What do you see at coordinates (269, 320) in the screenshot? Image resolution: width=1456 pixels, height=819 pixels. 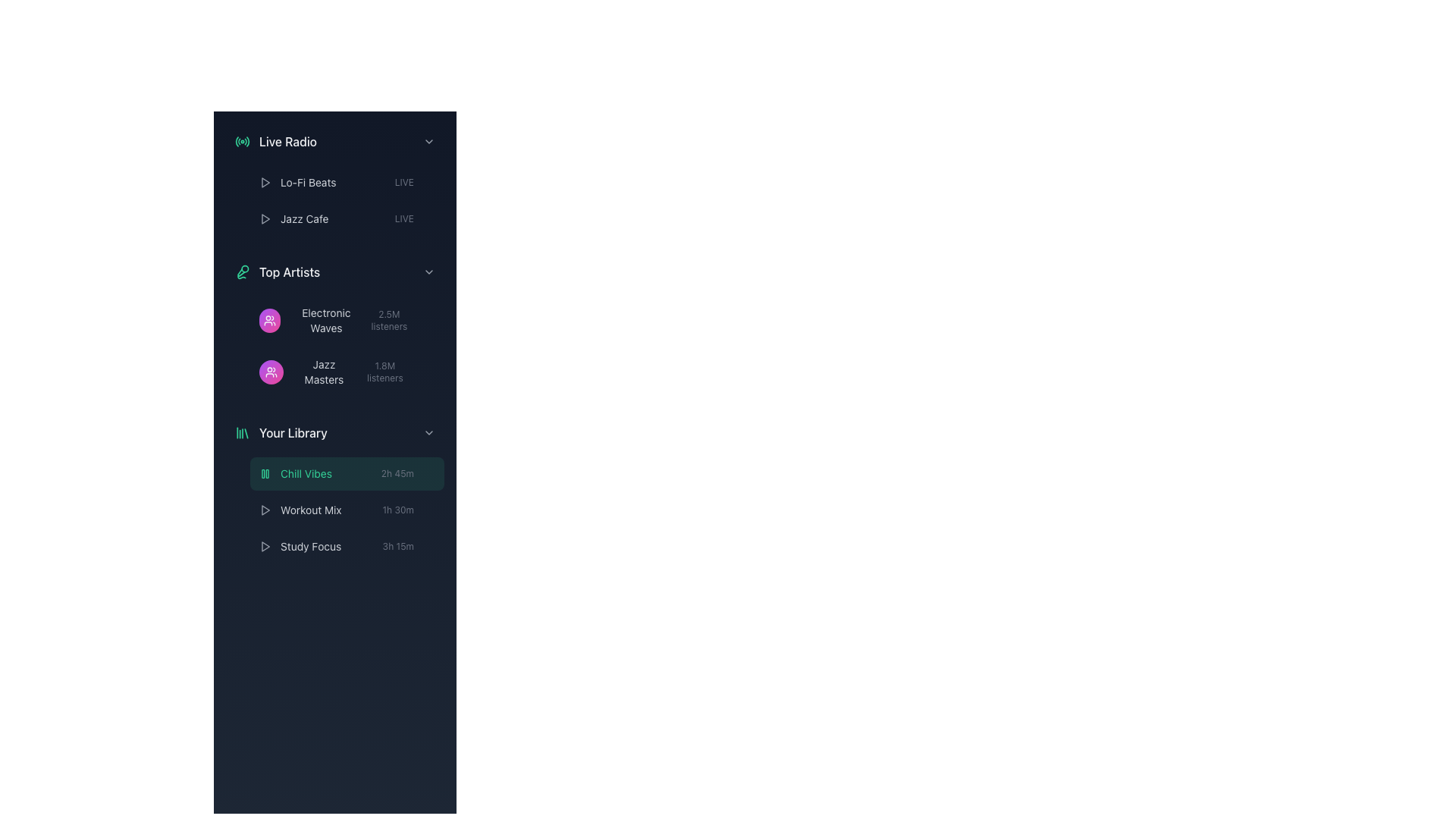 I see `the circular icon with a gradient background and user silhouettes, located to the left of the text 'Electronic Waves' under the 'Top Artists' section` at bounding box center [269, 320].